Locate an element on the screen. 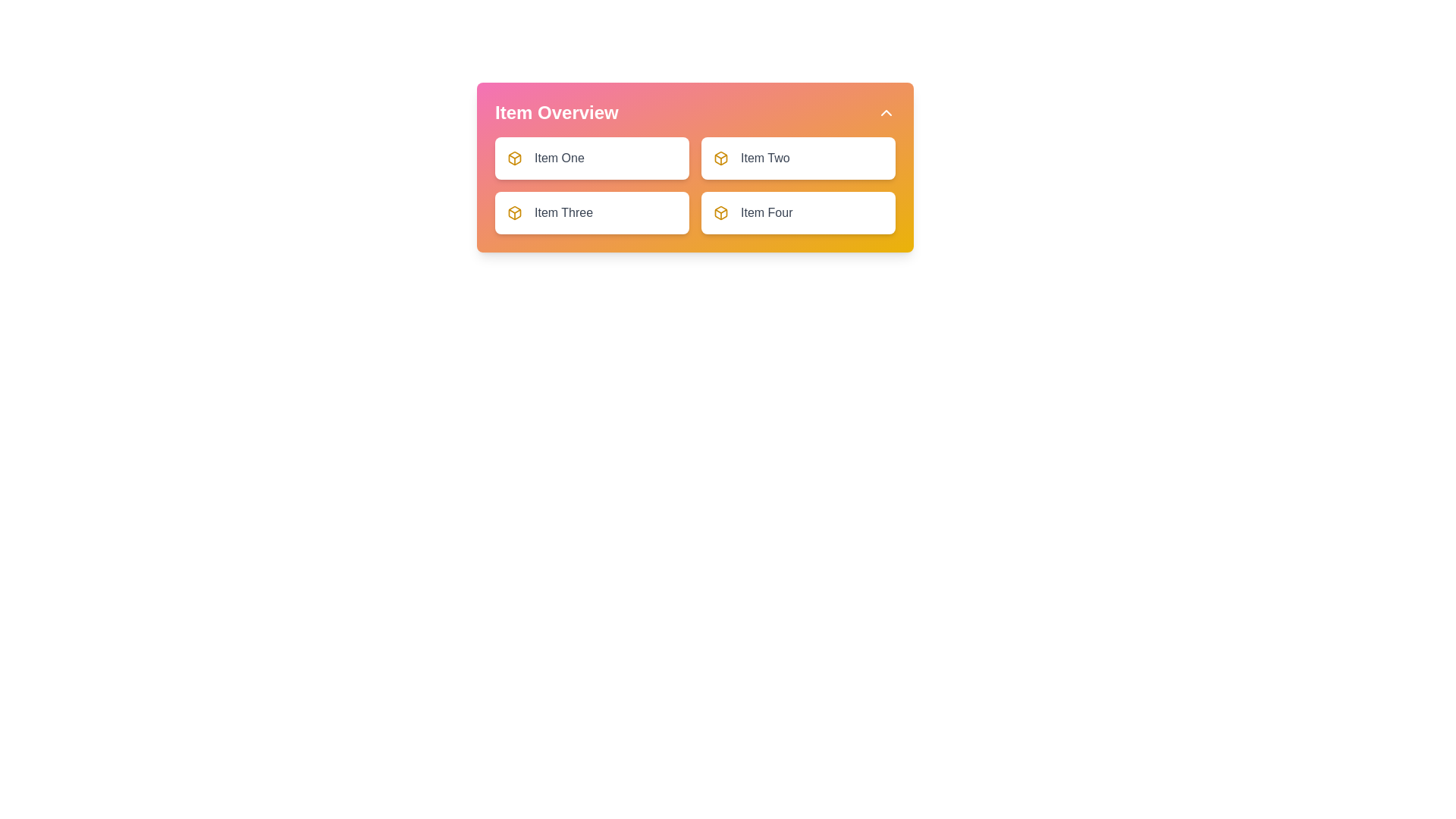 Image resolution: width=1456 pixels, height=819 pixels. the yellow hollow cube icon located to the left of 'Item Two' in the 'Item Overview' section is located at coordinates (720, 158).